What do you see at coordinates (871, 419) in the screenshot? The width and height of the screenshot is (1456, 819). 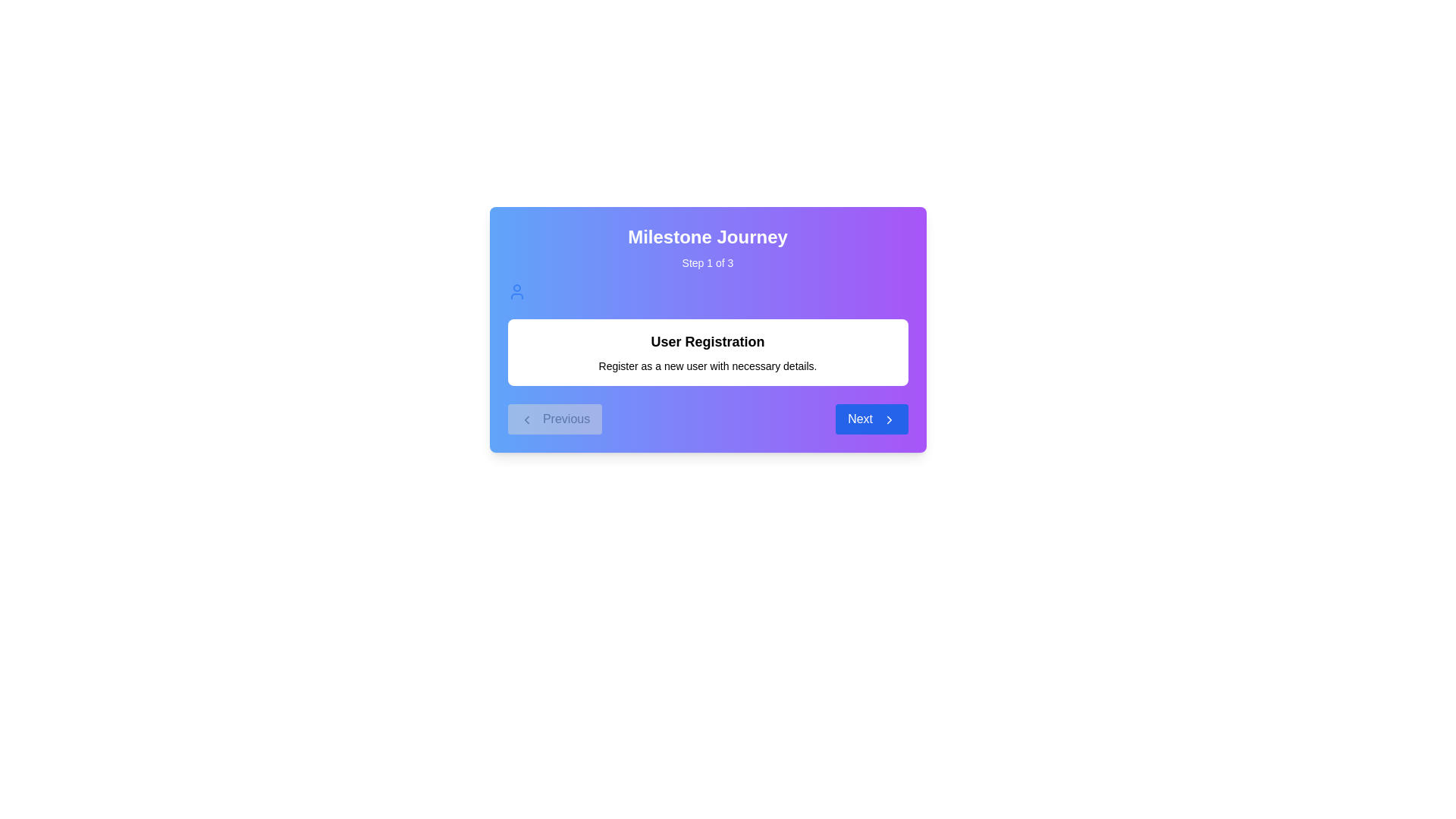 I see `the 'Next' button, which is styled with rounded corners, a blue background, and white text, to observe its hover effects` at bounding box center [871, 419].